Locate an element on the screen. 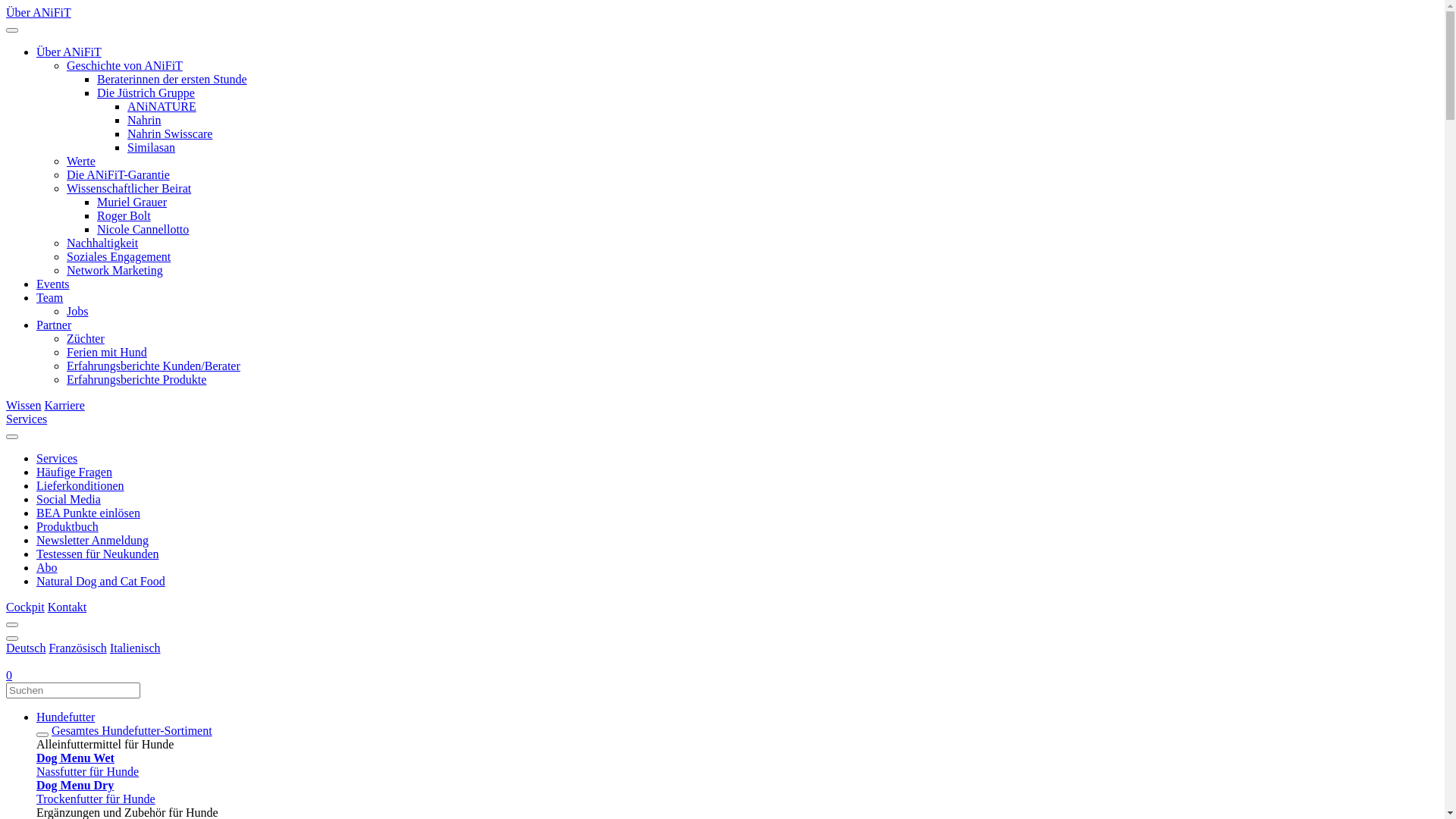 The image size is (1456, 819). 'Karriere' is located at coordinates (43, 404).